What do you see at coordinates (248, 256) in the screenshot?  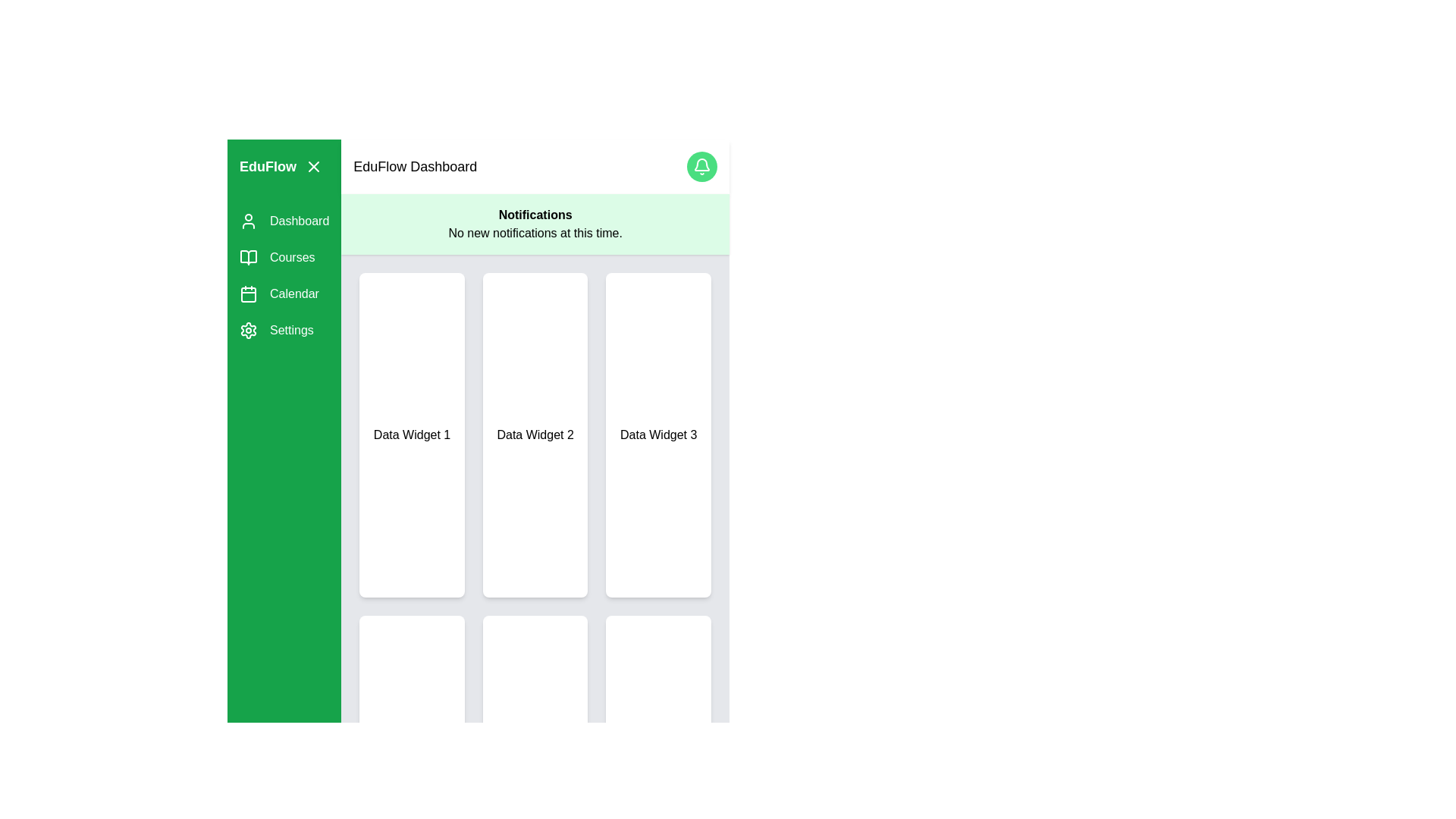 I see `the open book icon in the sidebar navigation menu` at bounding box center [248, 256].